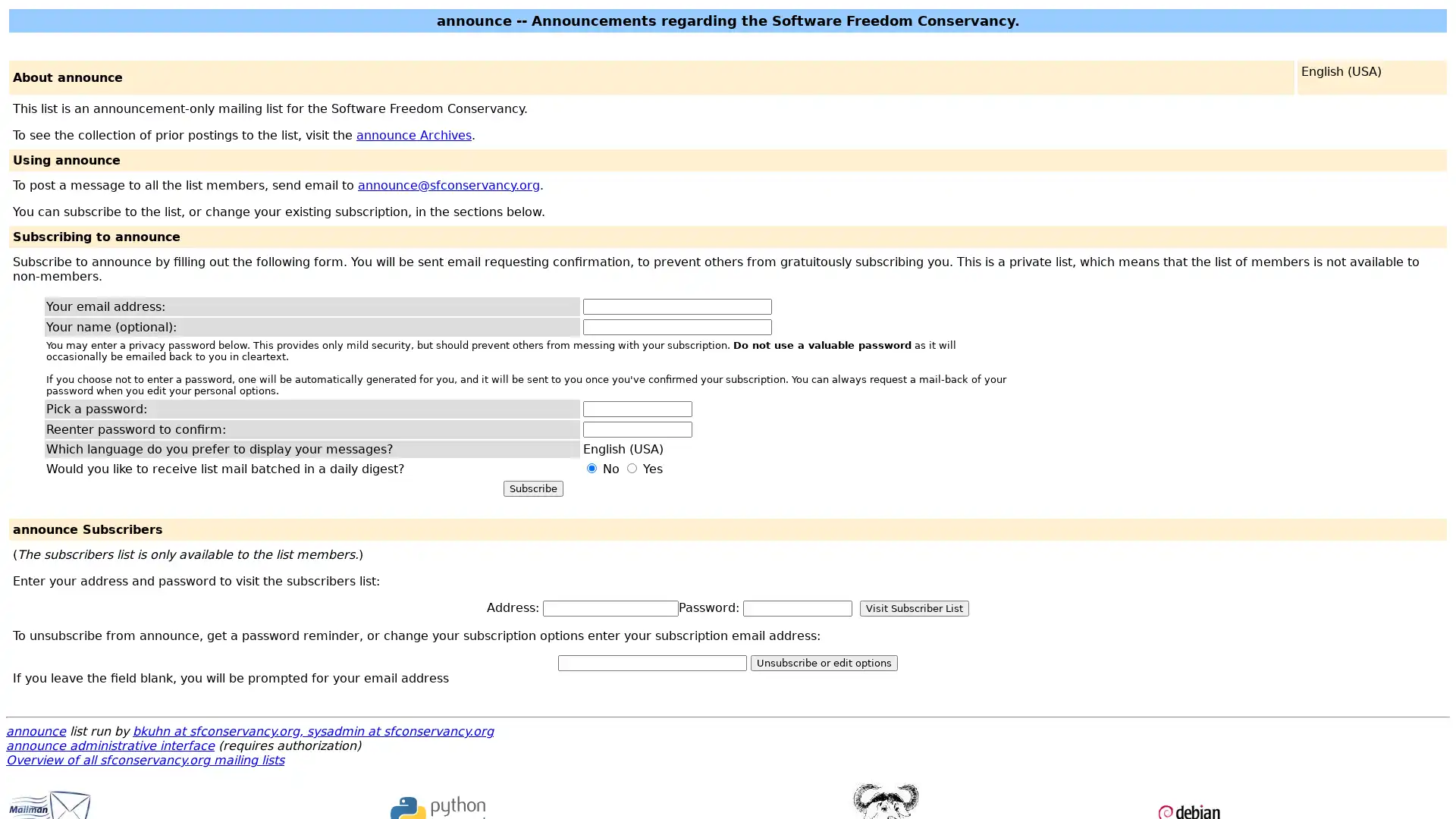  I want to click on Subscribe, so click(532, 488).